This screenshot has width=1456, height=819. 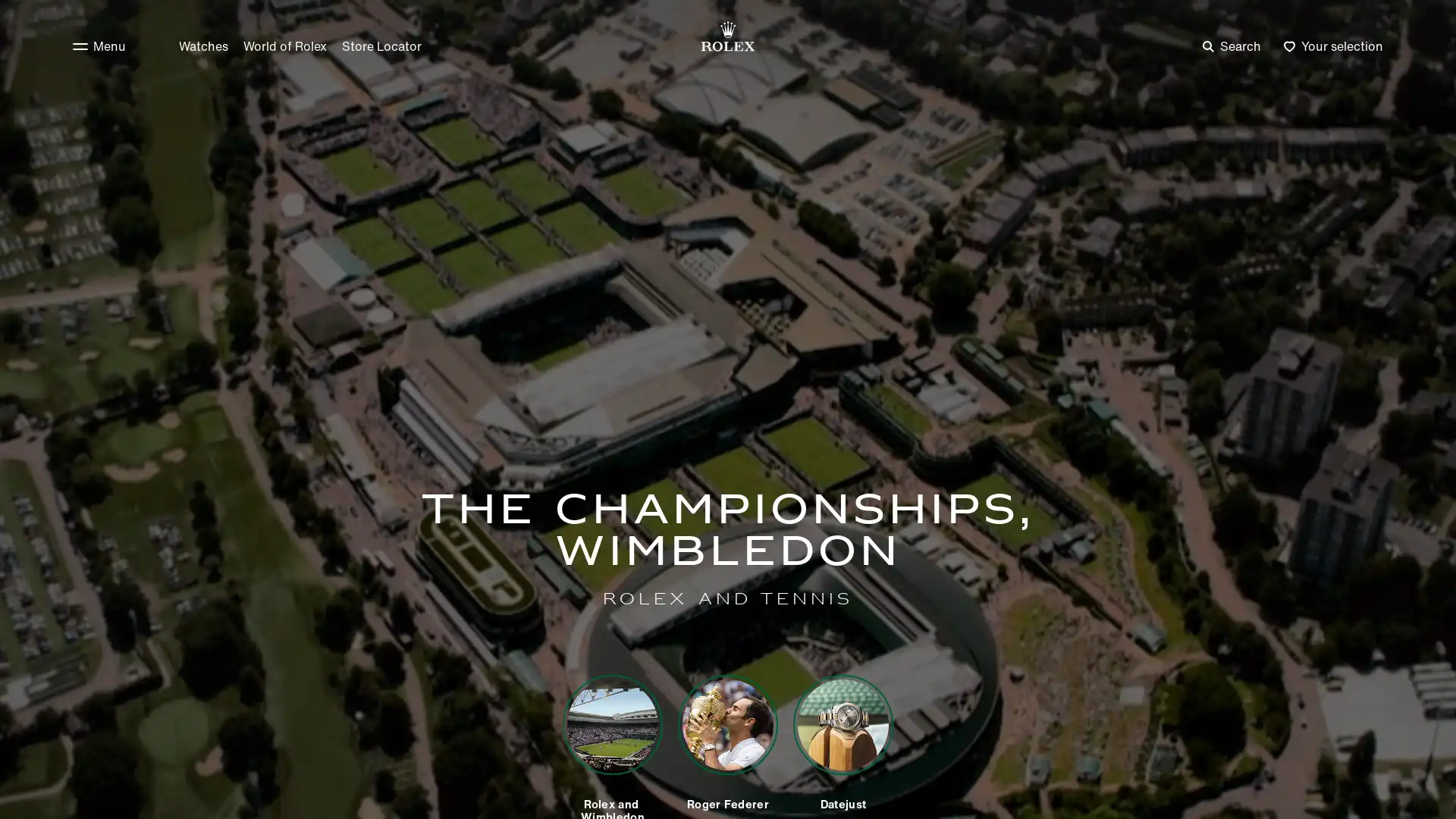 I want to click on Roger Federer, so click(x=728, y=742).